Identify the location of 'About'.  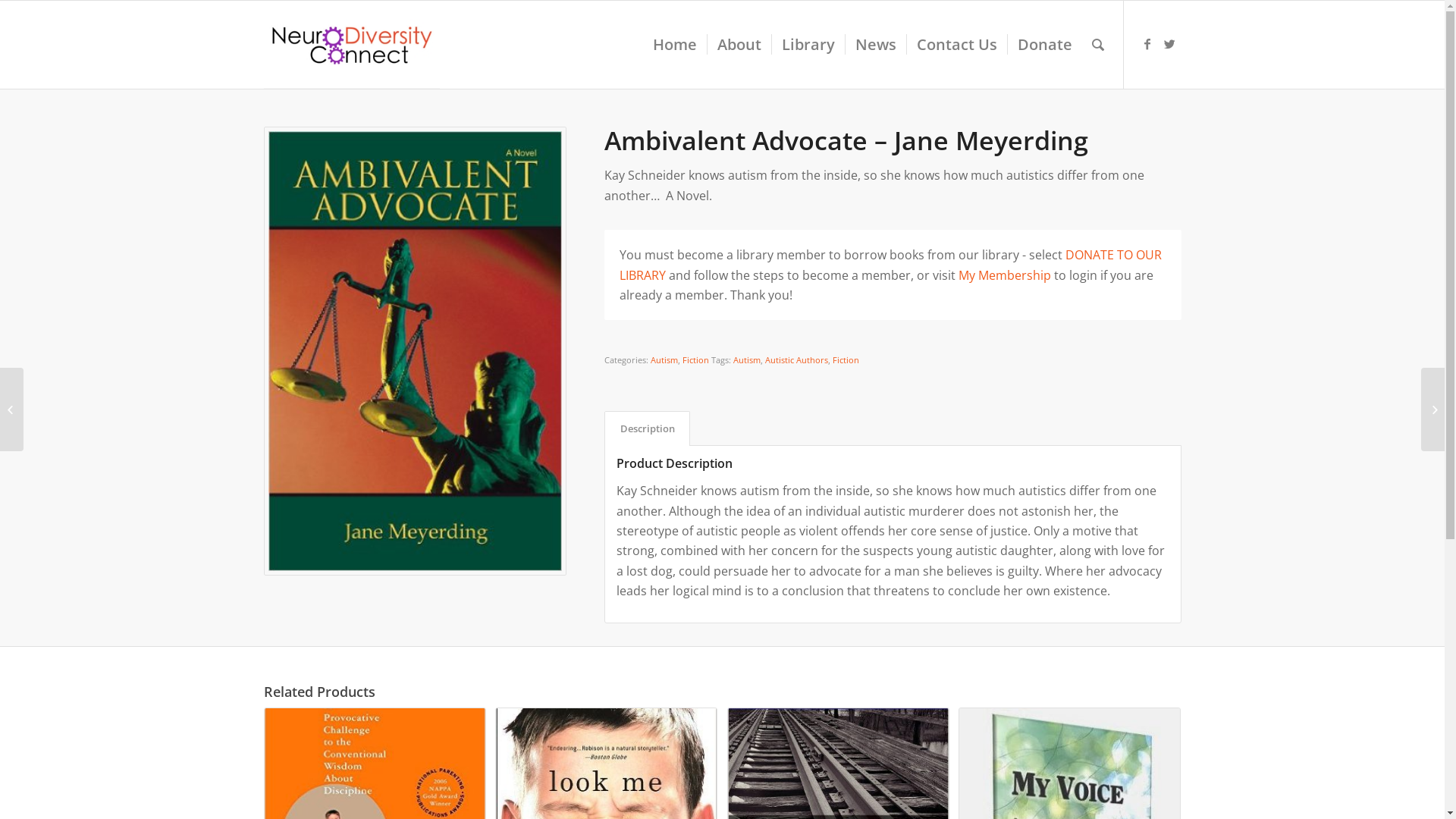
(739, 43).